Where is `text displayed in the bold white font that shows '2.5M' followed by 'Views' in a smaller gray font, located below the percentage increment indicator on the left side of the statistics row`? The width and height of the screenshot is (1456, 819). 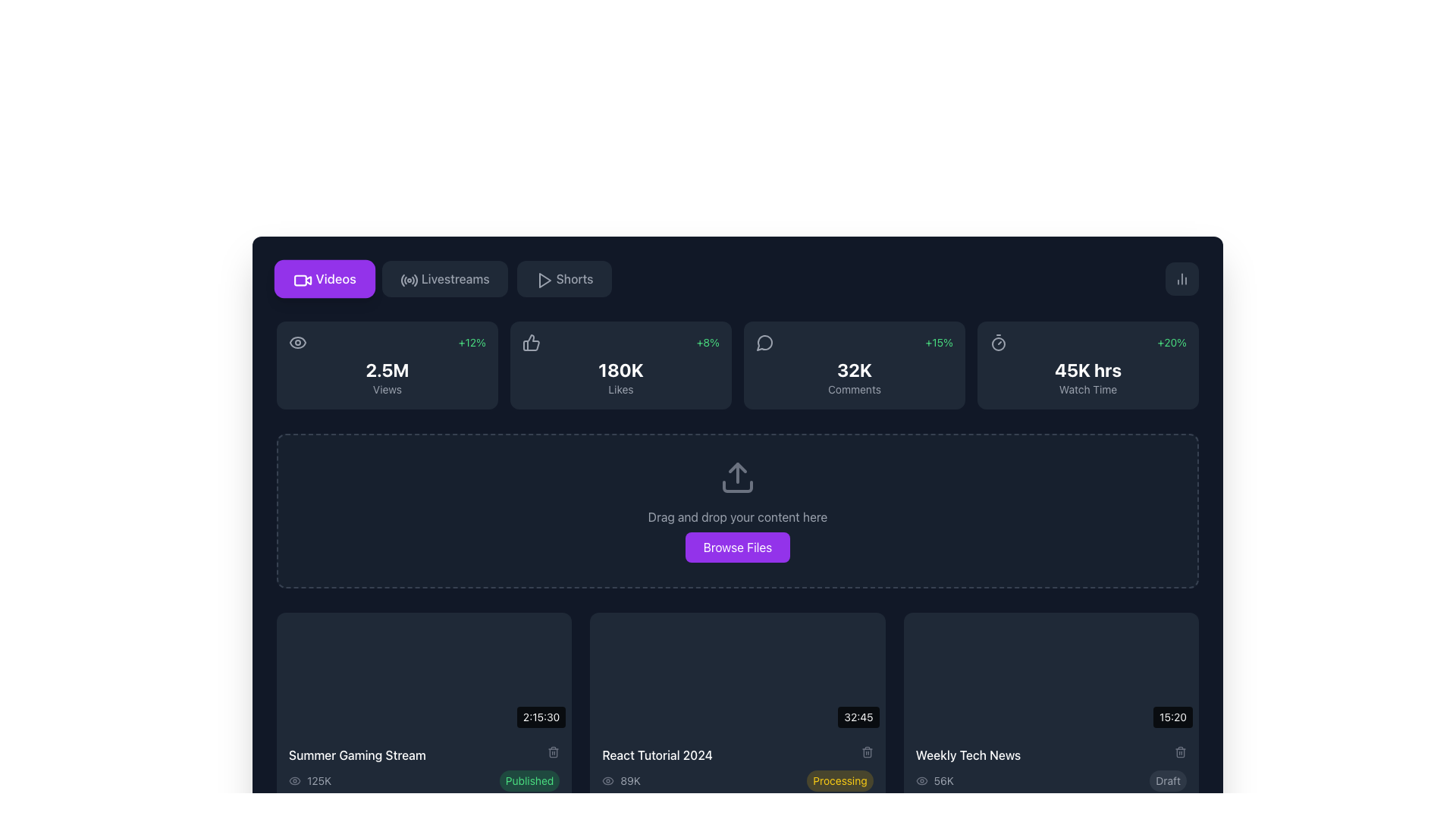
text displayed in the bold white font that shows '2.5M' followed by 'Views' in a smaller gray font, located below the percentage increment indicator on the left side of the statistics row is located at coordinates (387, 376).